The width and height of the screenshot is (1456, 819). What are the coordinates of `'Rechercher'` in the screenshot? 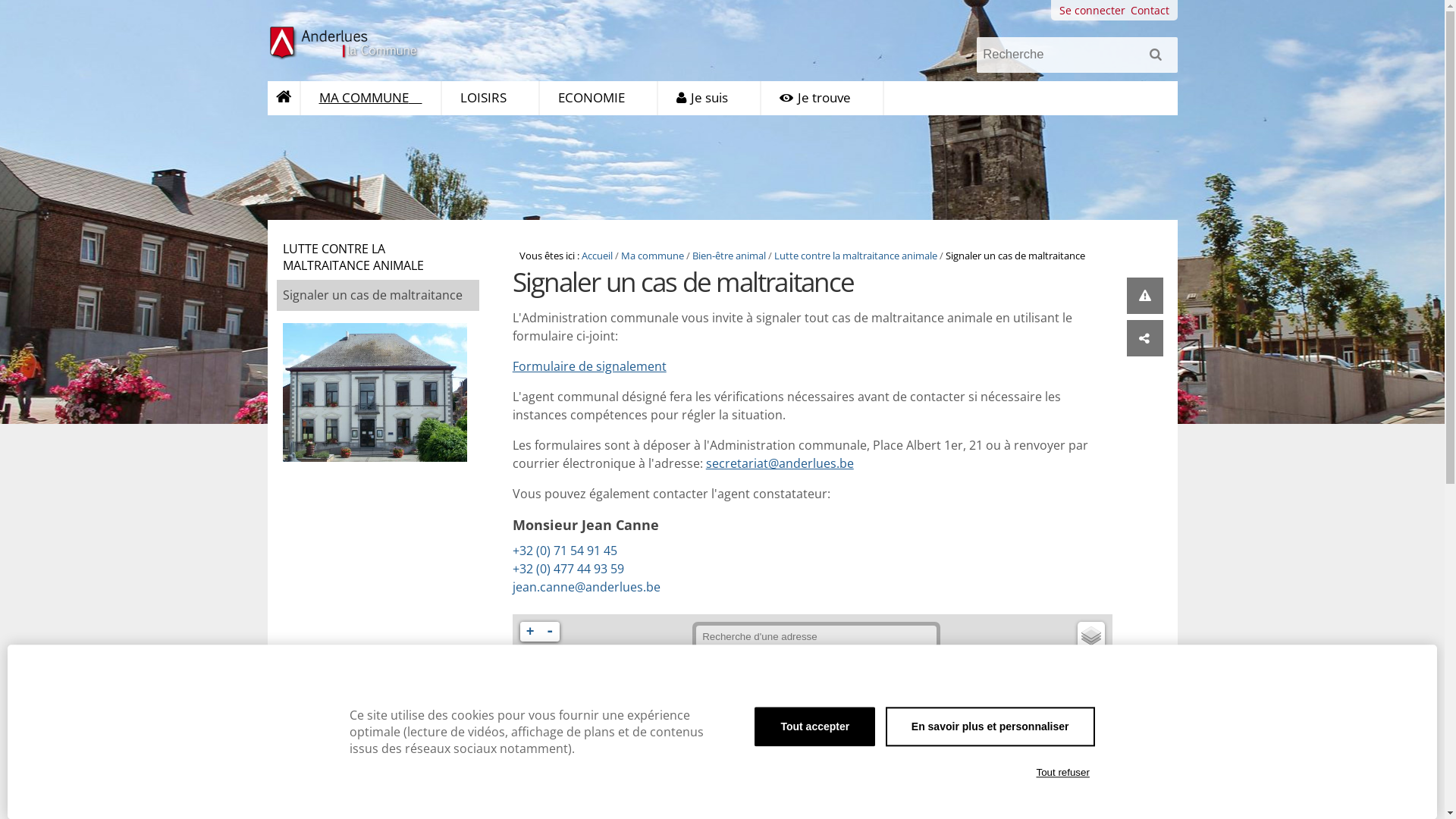 It's located at (1158, 58).